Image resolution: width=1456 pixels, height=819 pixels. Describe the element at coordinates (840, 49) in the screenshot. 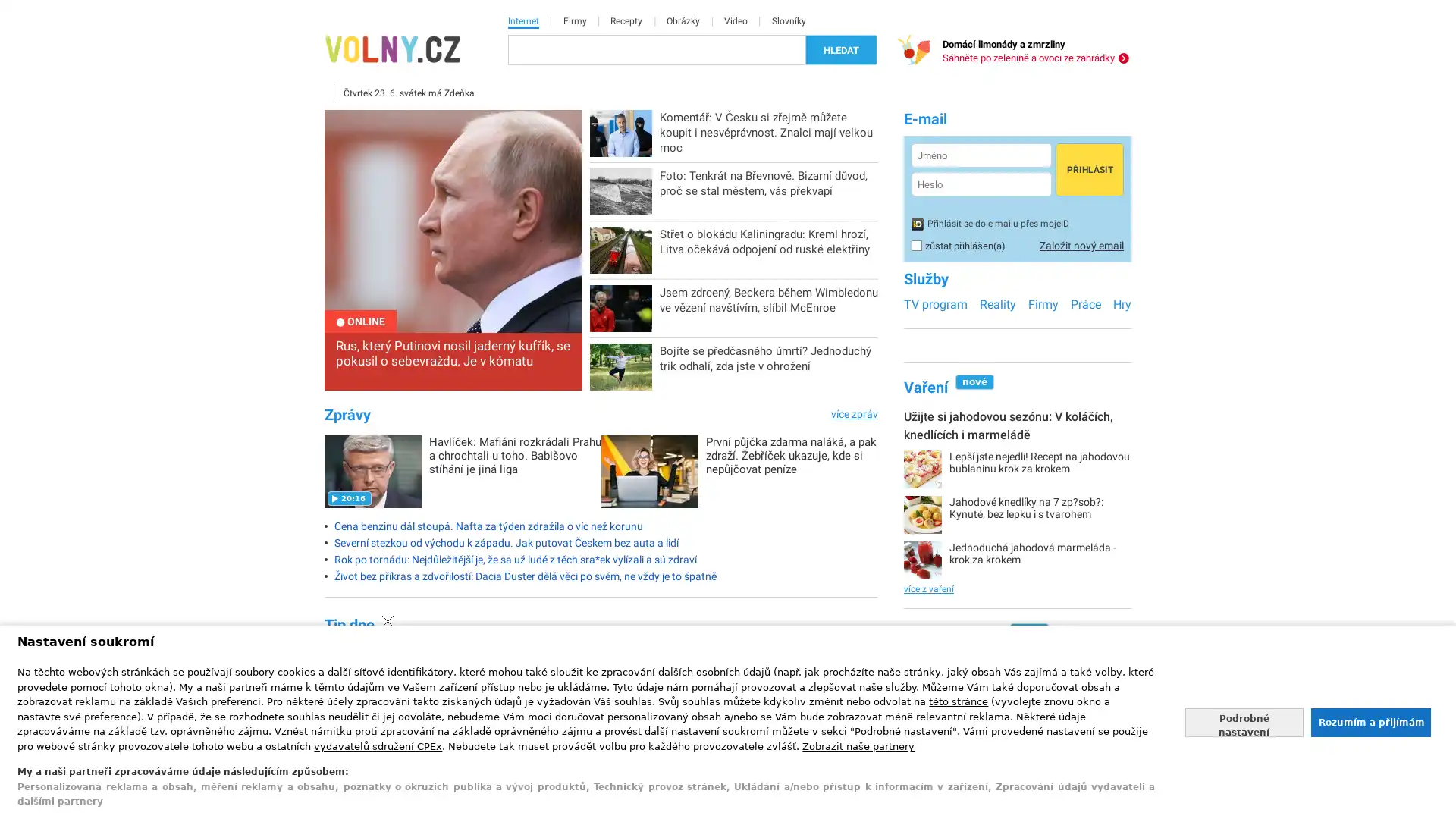

I see `HLEDAT` at that location.